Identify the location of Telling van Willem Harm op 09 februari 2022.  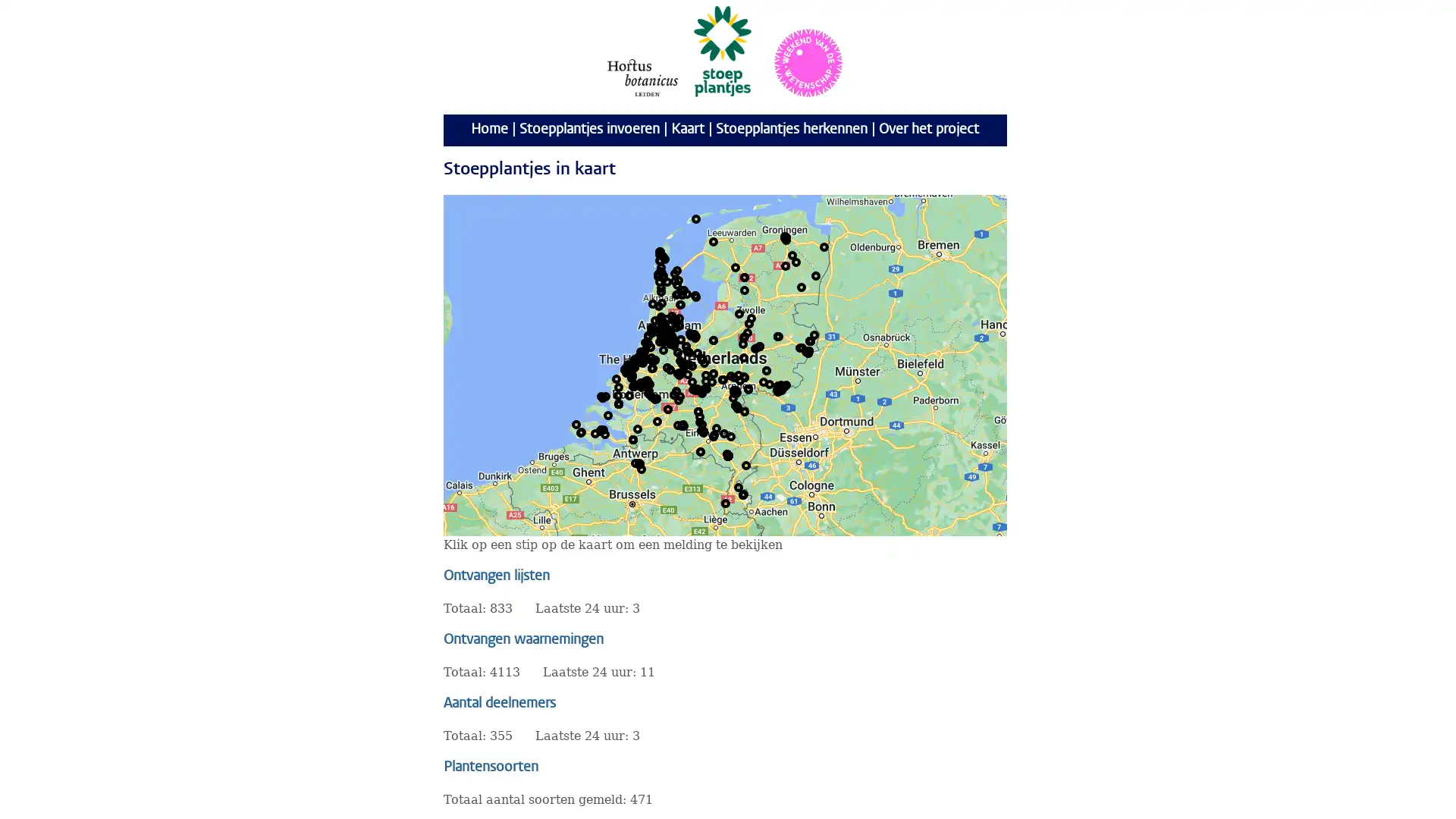
(648, 382).